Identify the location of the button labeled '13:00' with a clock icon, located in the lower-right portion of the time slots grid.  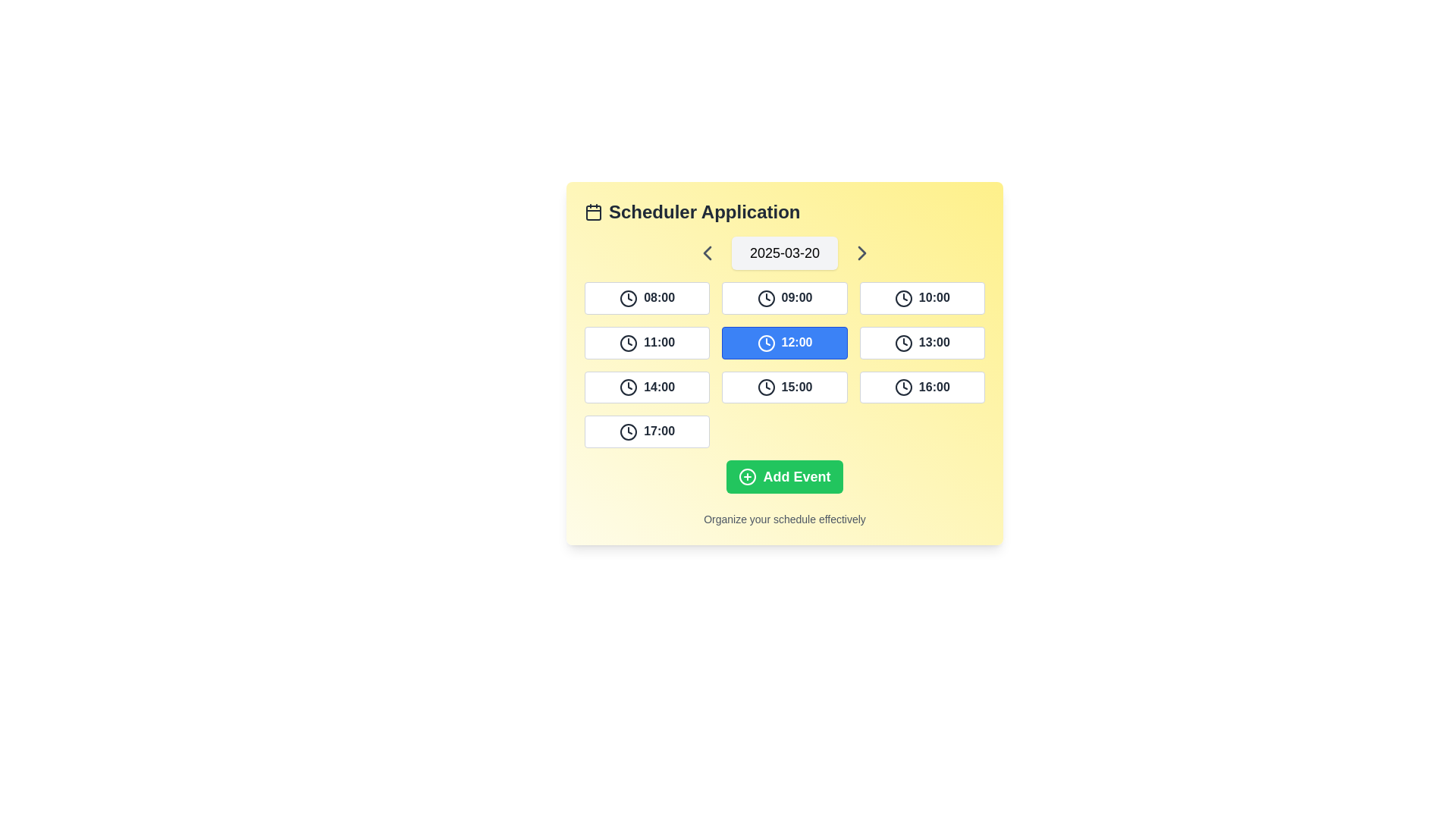
(921, 343).